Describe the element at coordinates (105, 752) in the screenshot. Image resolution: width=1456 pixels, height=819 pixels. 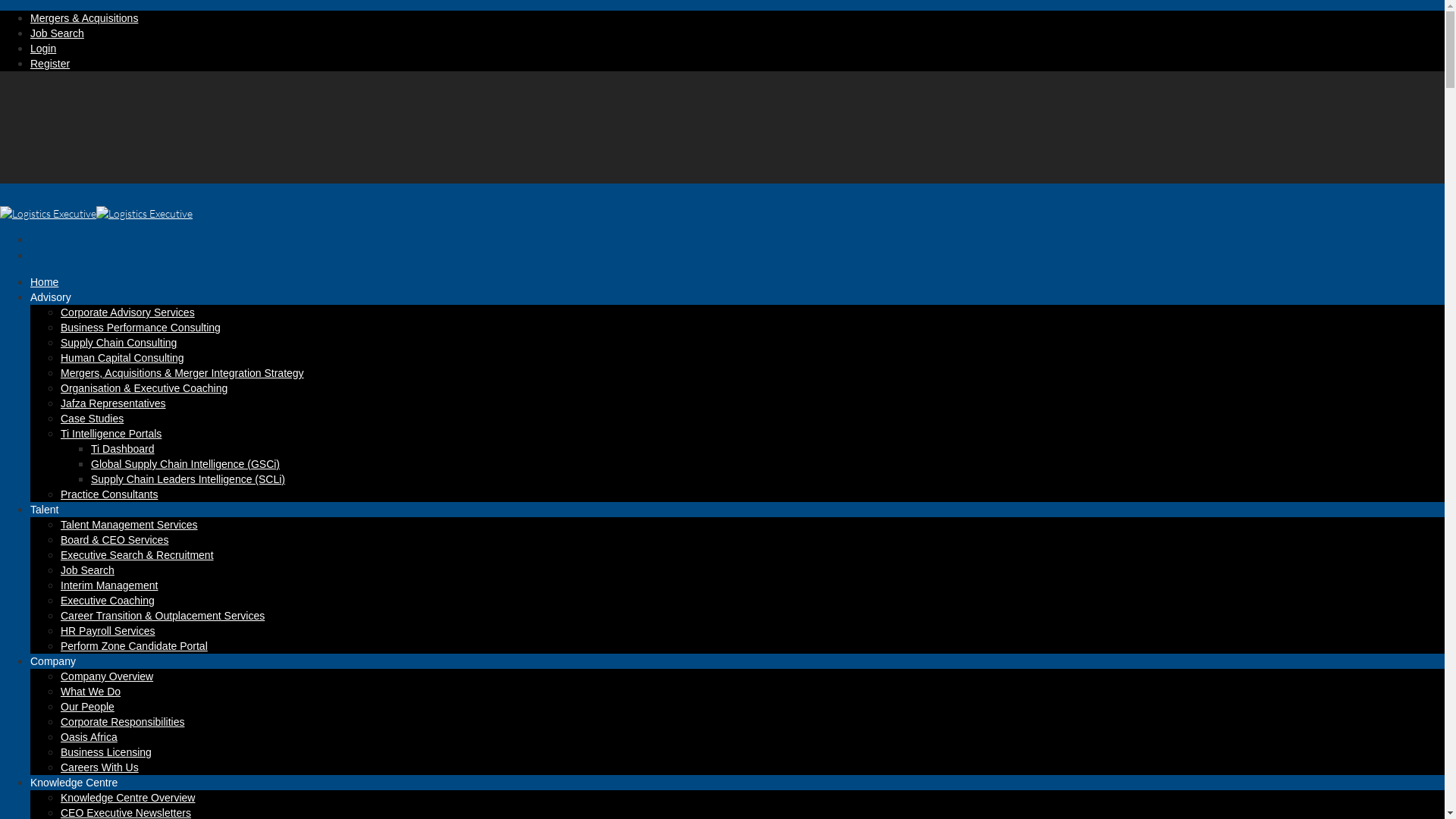
I see `'Business Licensing'` at that location.